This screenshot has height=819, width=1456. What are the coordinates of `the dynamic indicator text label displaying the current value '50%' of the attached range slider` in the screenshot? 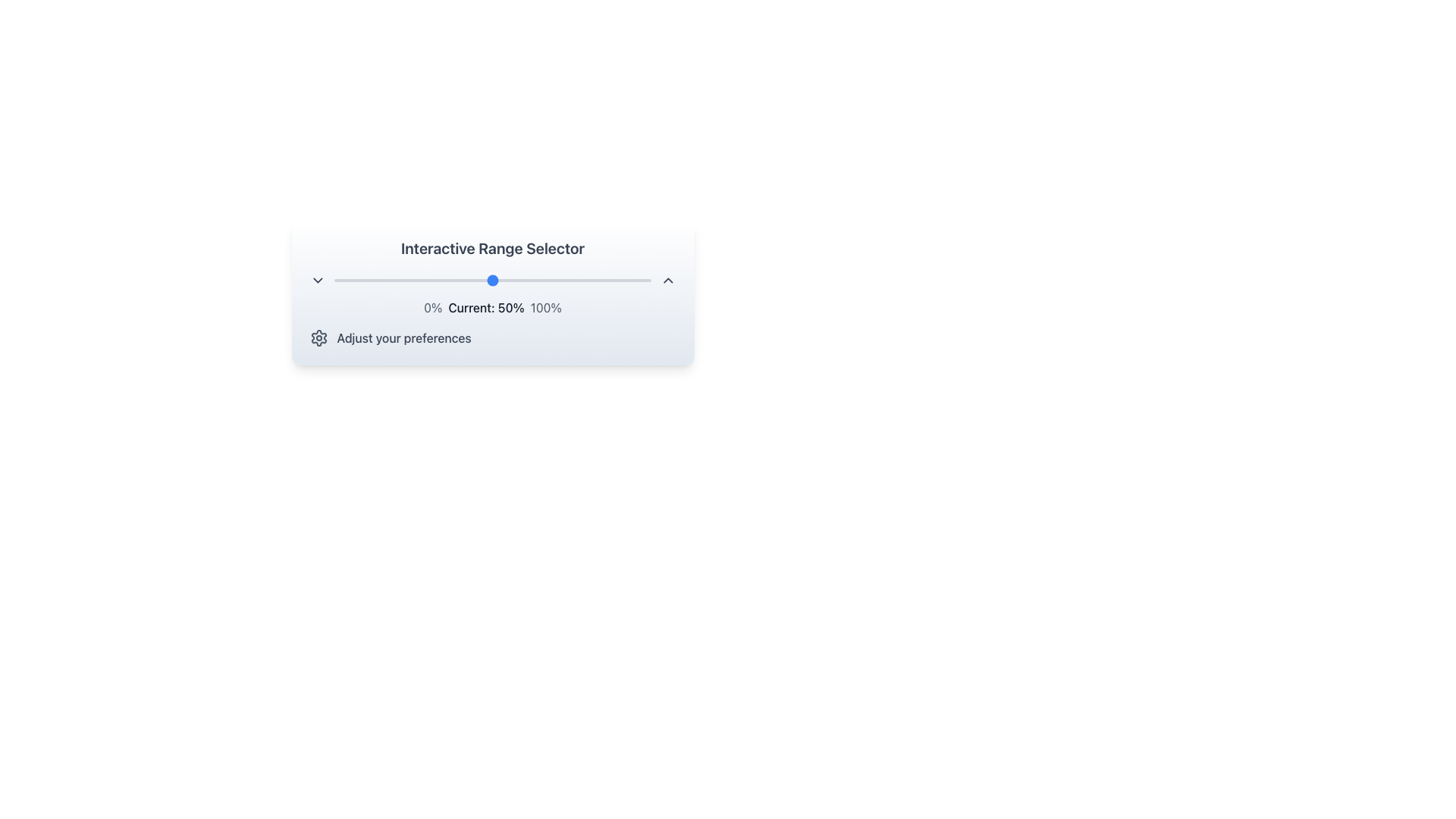 It's located at (486, 307).